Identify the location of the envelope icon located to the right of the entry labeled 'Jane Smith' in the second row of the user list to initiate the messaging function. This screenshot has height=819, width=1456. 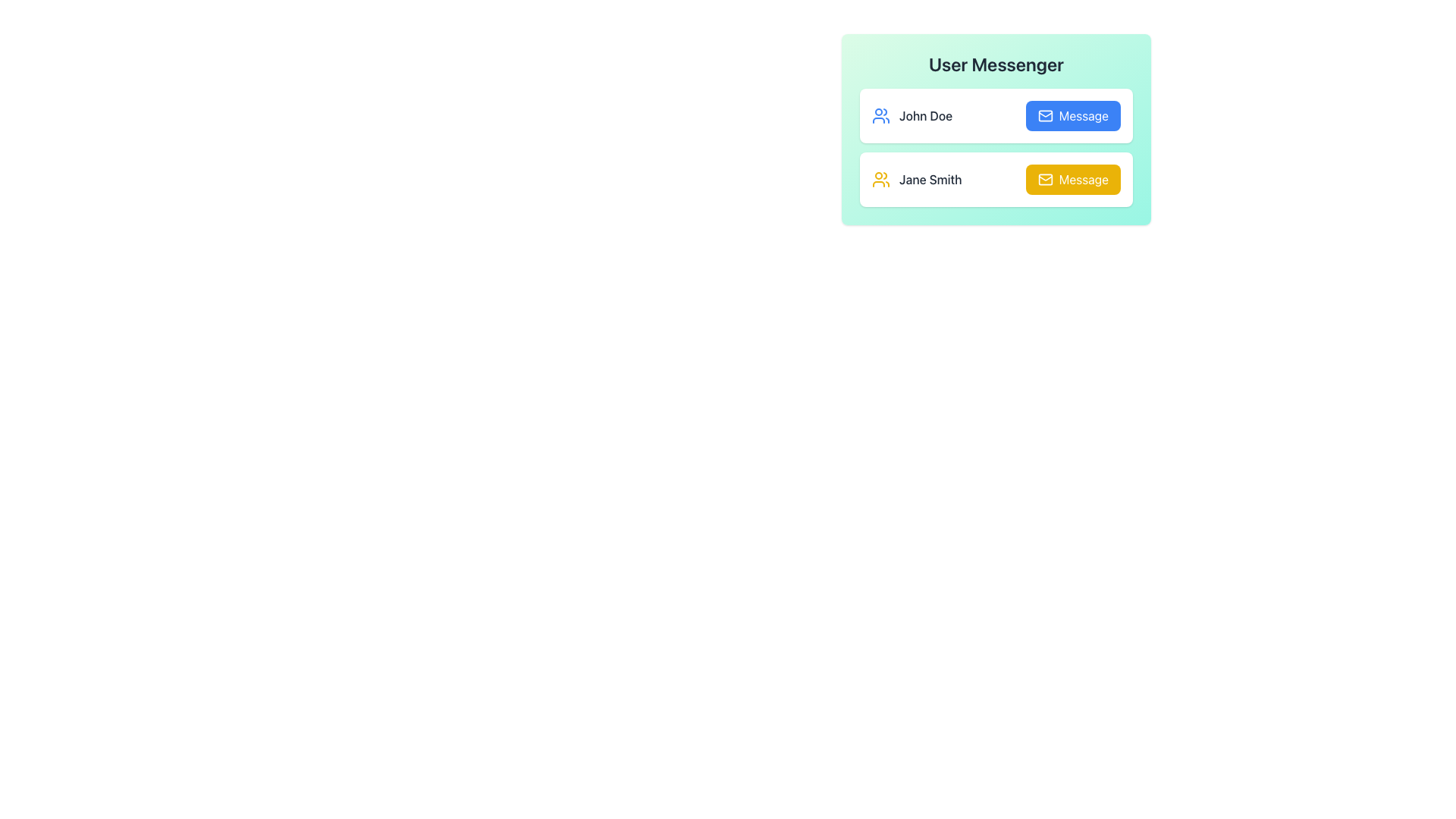
(1044, 178).